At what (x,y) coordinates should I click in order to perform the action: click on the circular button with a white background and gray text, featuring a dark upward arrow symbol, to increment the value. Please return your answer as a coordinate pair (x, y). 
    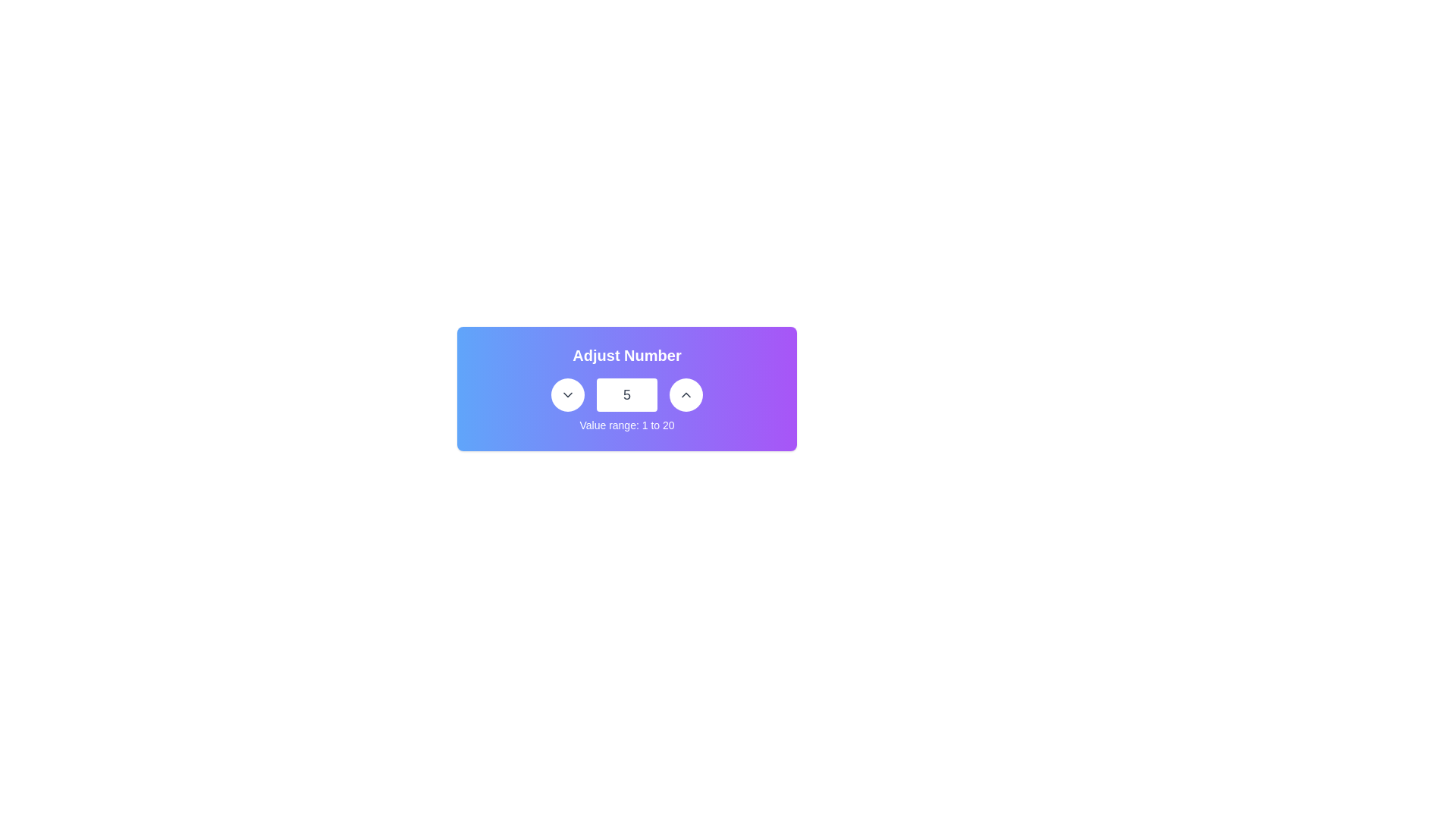
    Looking at the image, I should click on (686, 394).